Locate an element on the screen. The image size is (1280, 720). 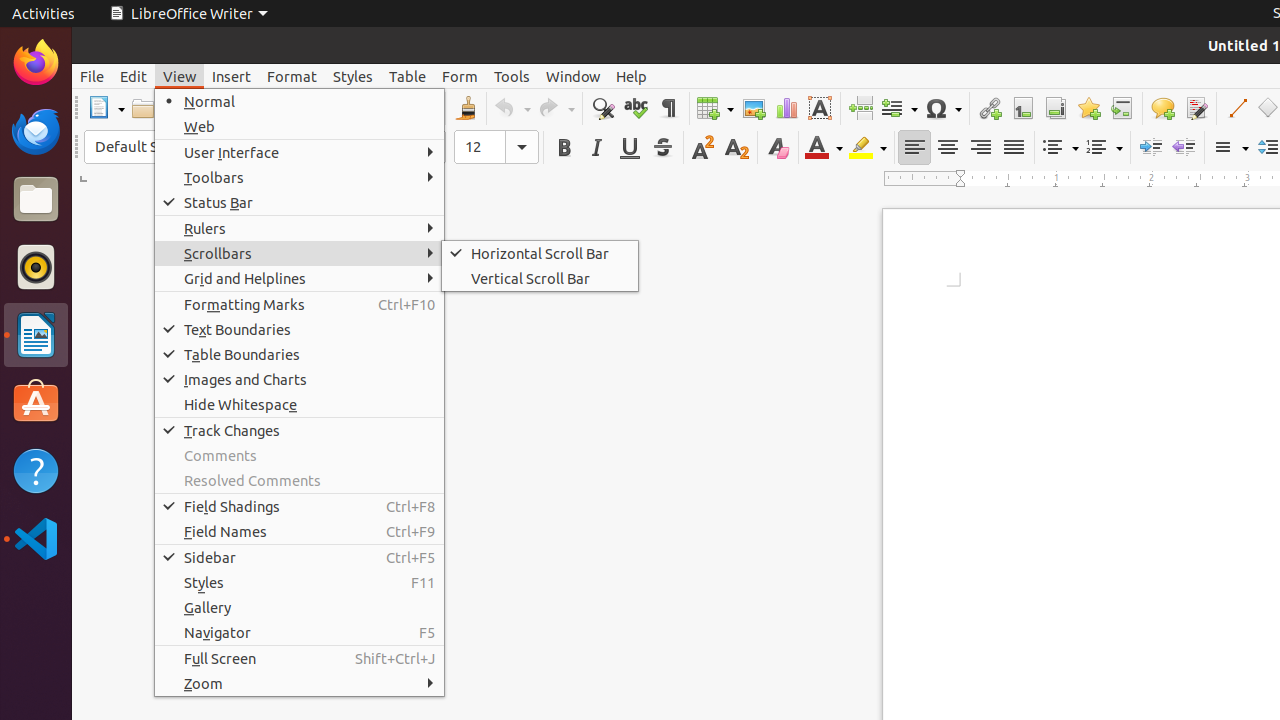
'LibreOffice Writer' is located at coordinates (188, 13).